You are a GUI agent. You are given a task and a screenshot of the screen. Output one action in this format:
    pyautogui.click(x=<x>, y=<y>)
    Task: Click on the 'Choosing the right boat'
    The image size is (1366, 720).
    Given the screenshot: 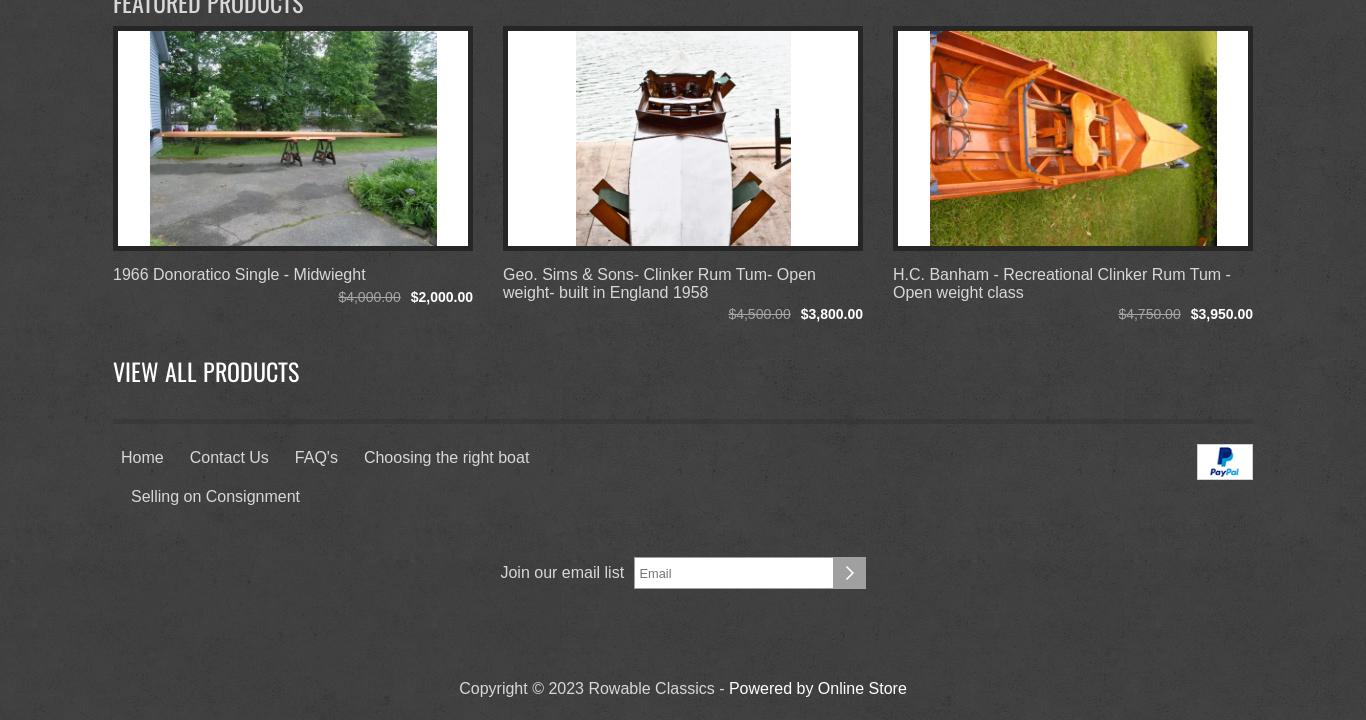 What is the action you would take?
    pyautogui.click(x=444, y=457)
    